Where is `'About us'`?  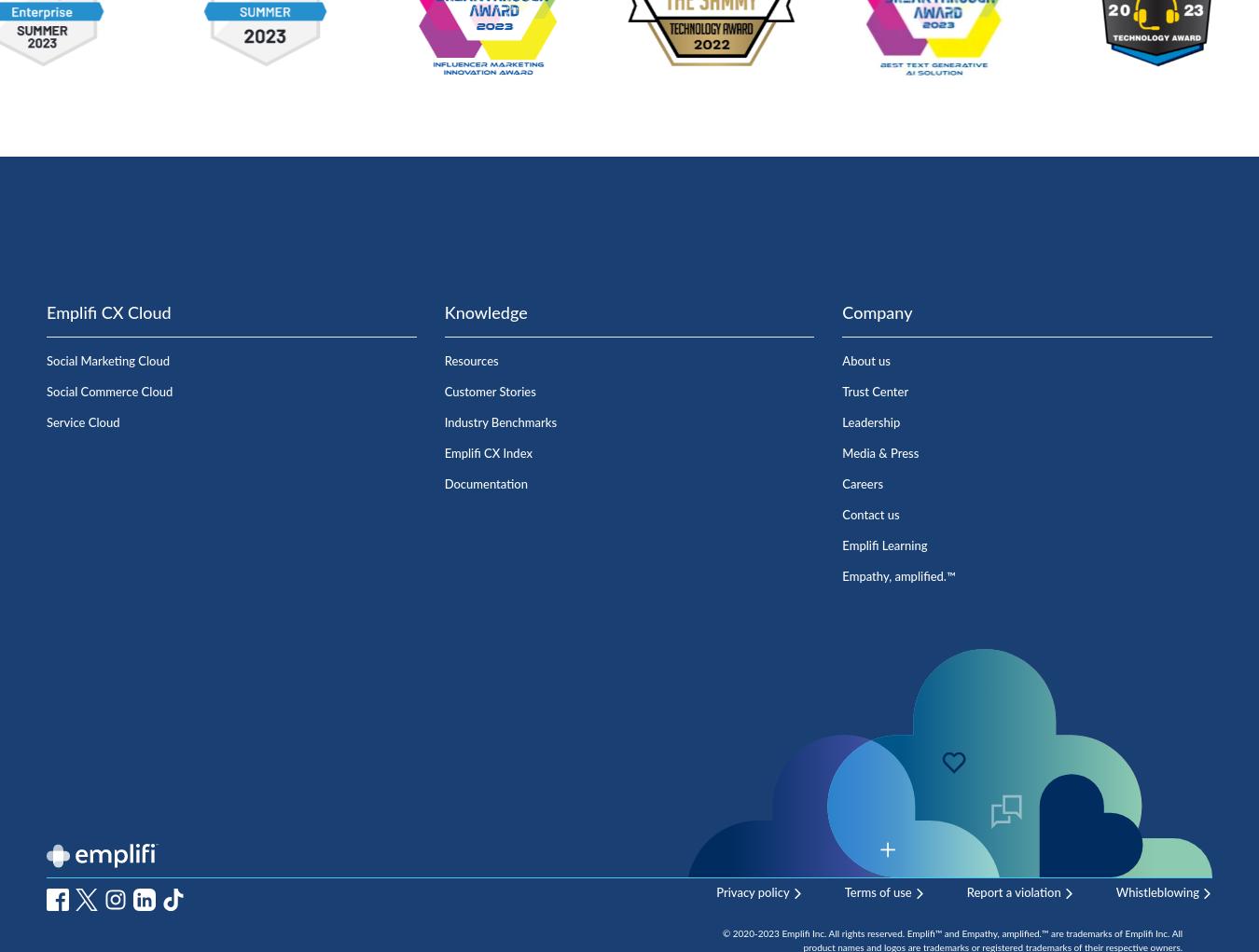
'About us' is located at coordinates (841, 361).